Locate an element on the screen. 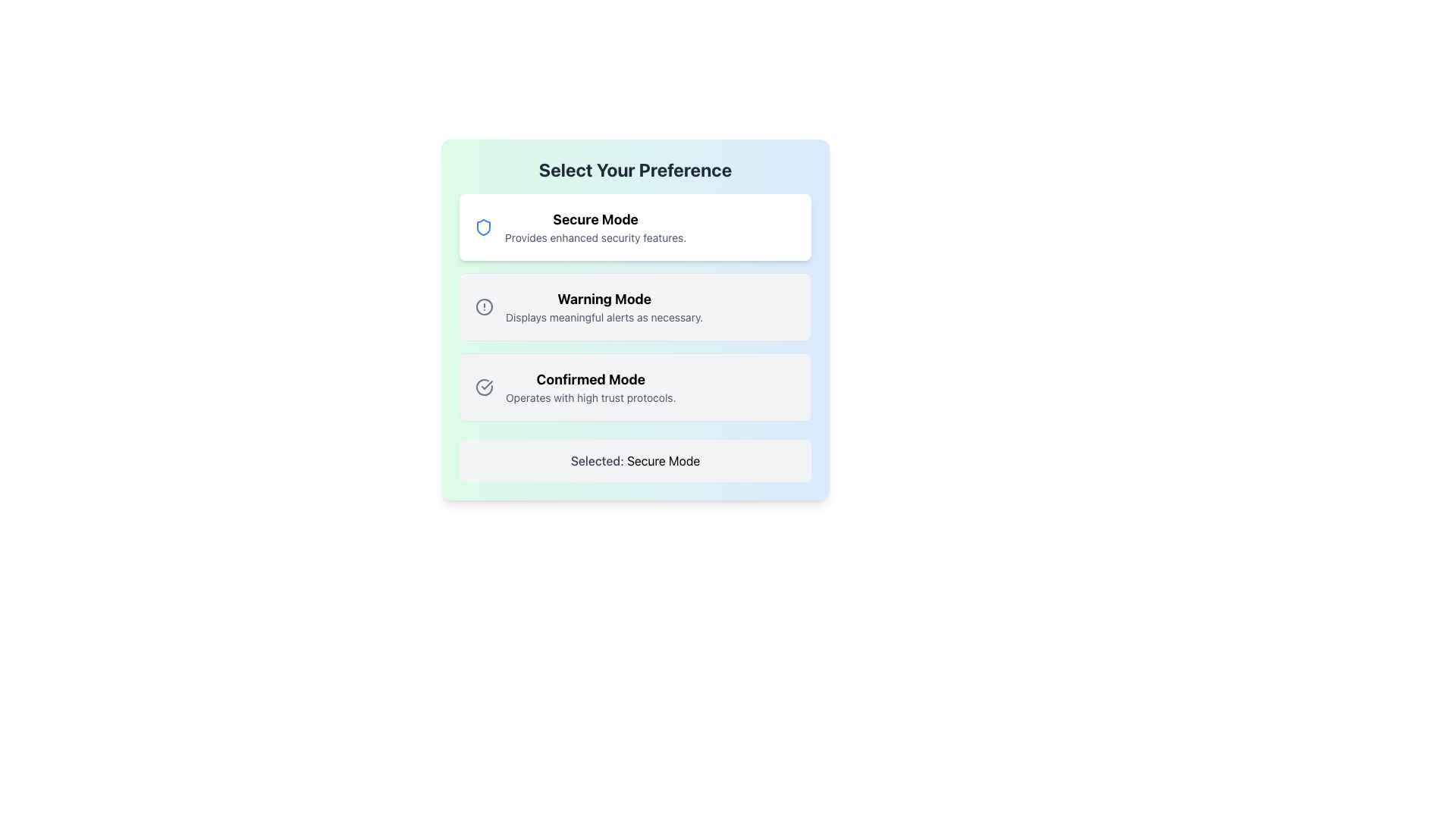  the static text label that serves as the title for the 'Secure Mode' option, located at the top of its option box is located at coordinates (595, 219).